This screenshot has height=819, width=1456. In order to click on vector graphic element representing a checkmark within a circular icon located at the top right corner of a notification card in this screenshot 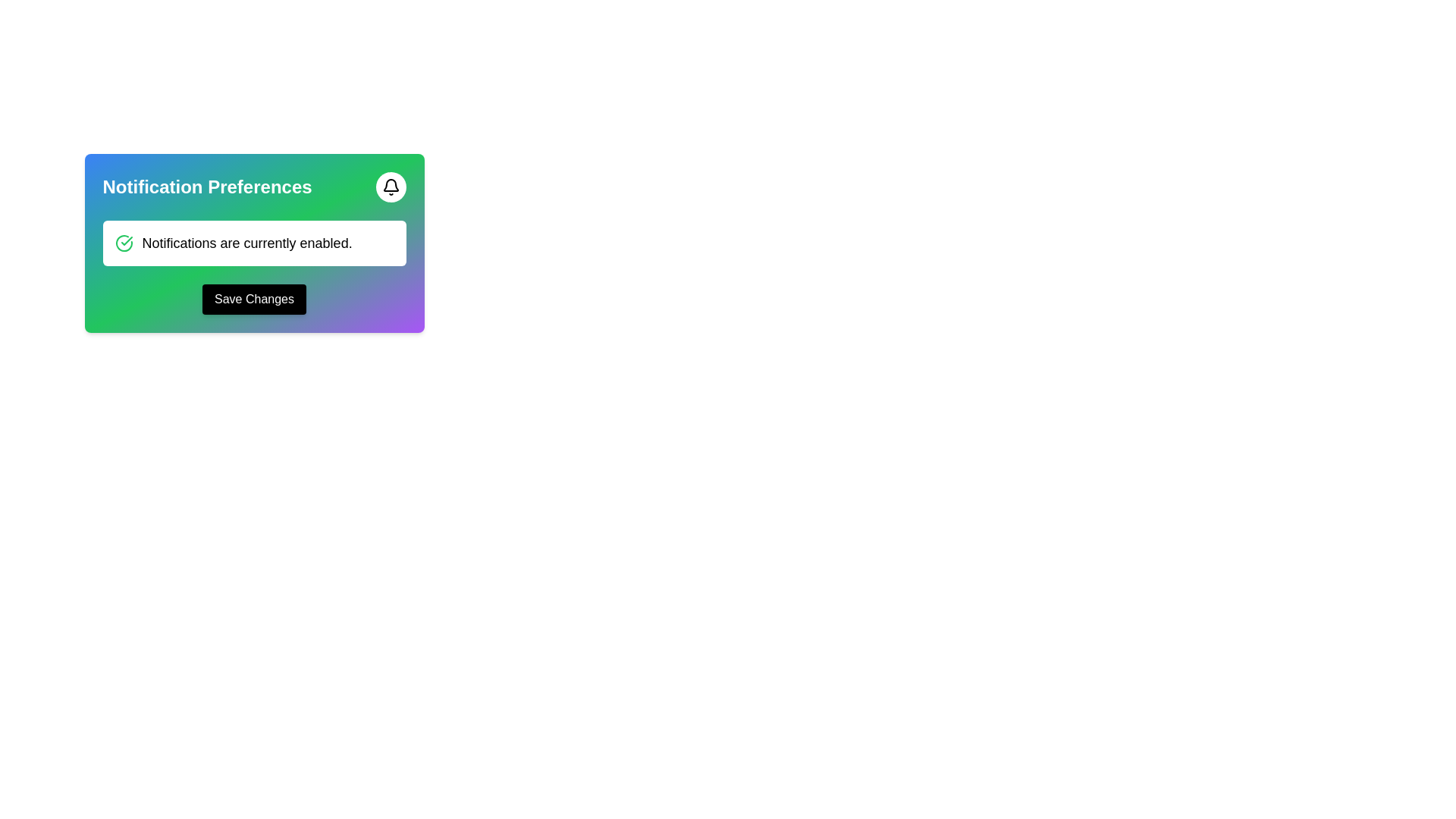, I will do `click(124, 242)`.